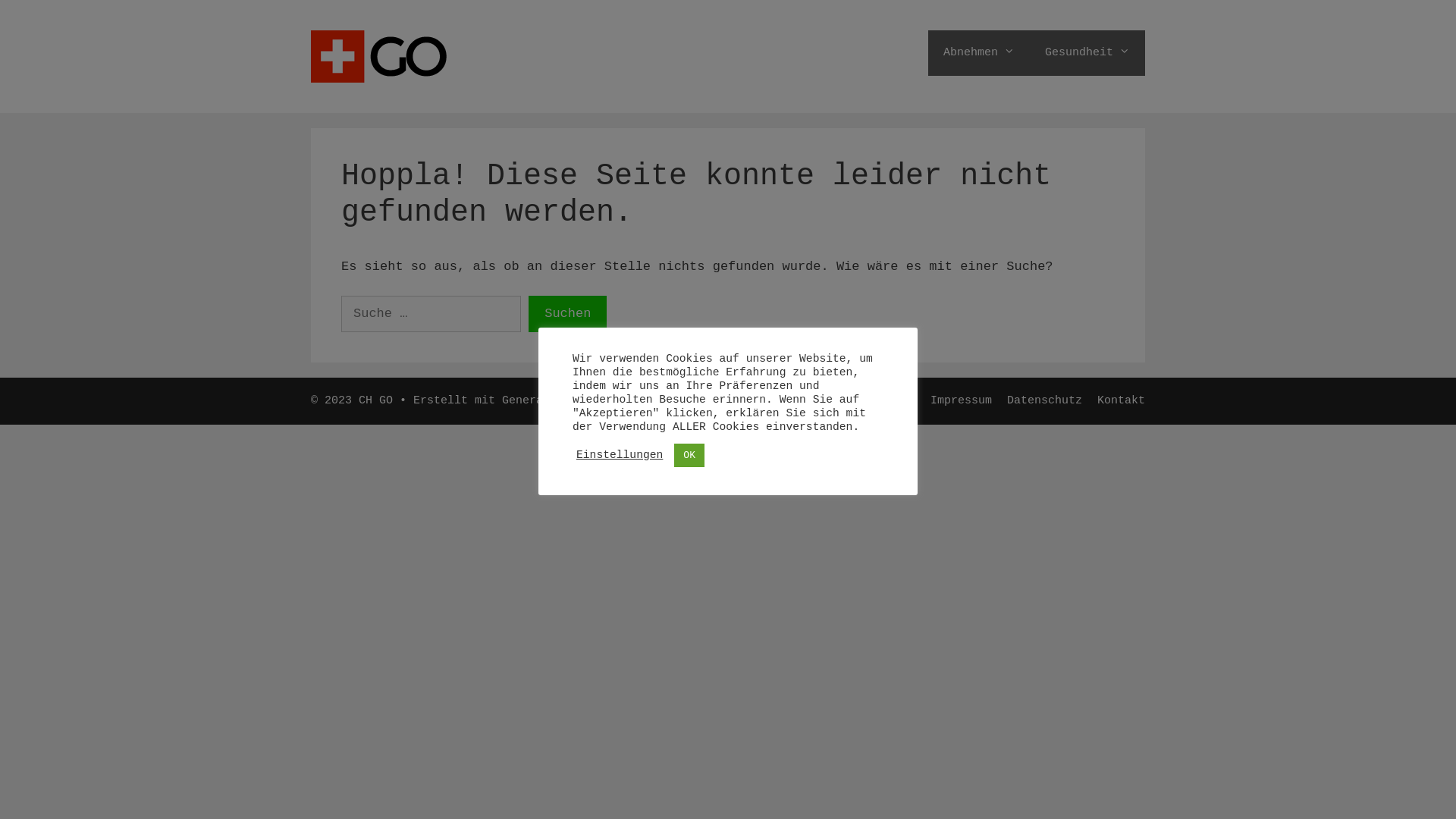 The image size is (1456, 819). Describe the element at coordinates (546, 400) in the screenshot. I see `'GeneratePress'` at that location.